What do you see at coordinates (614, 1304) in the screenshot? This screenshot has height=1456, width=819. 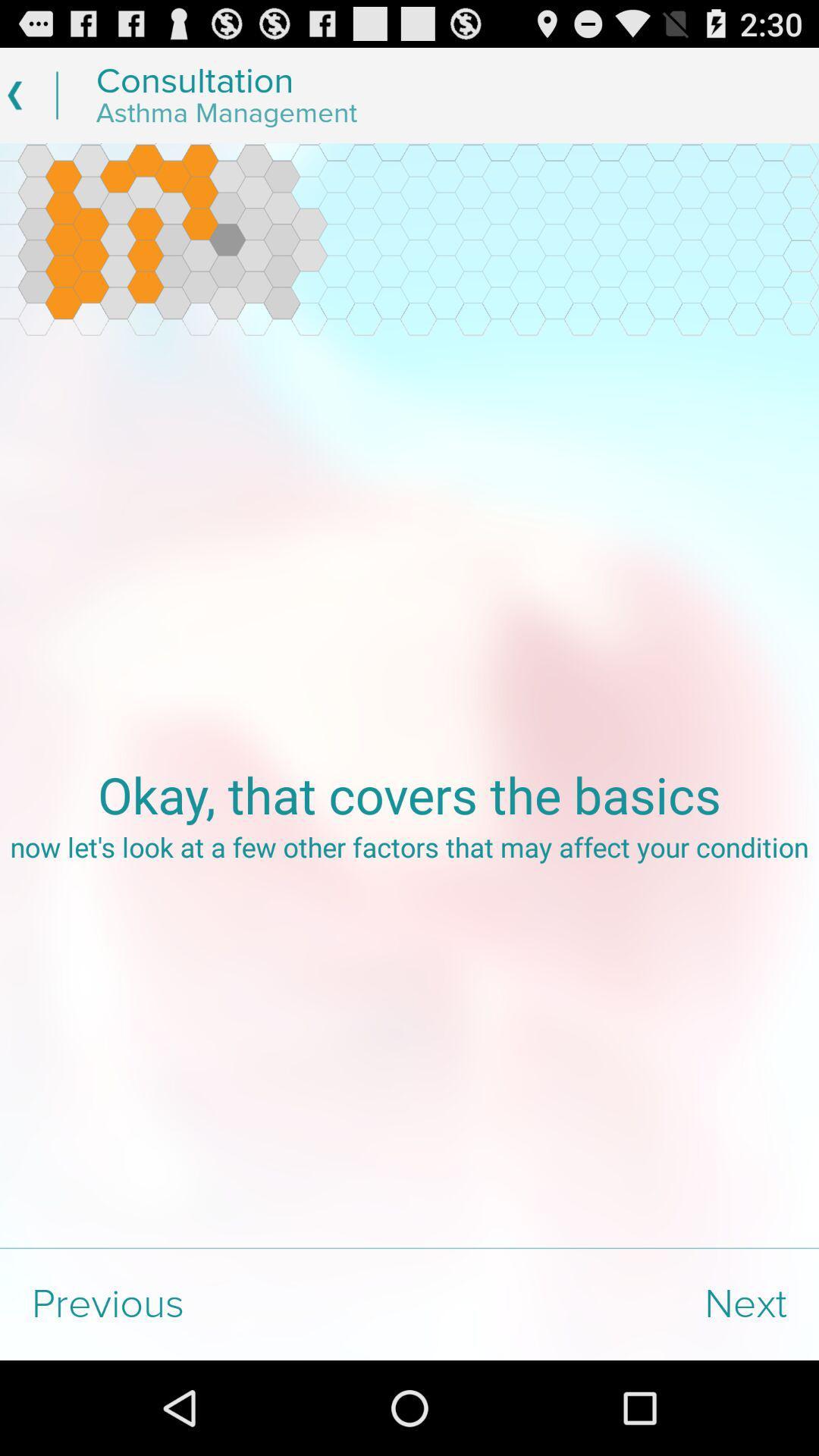 I see `the icon next to the previous icon` at bounding box center [614, 1304].